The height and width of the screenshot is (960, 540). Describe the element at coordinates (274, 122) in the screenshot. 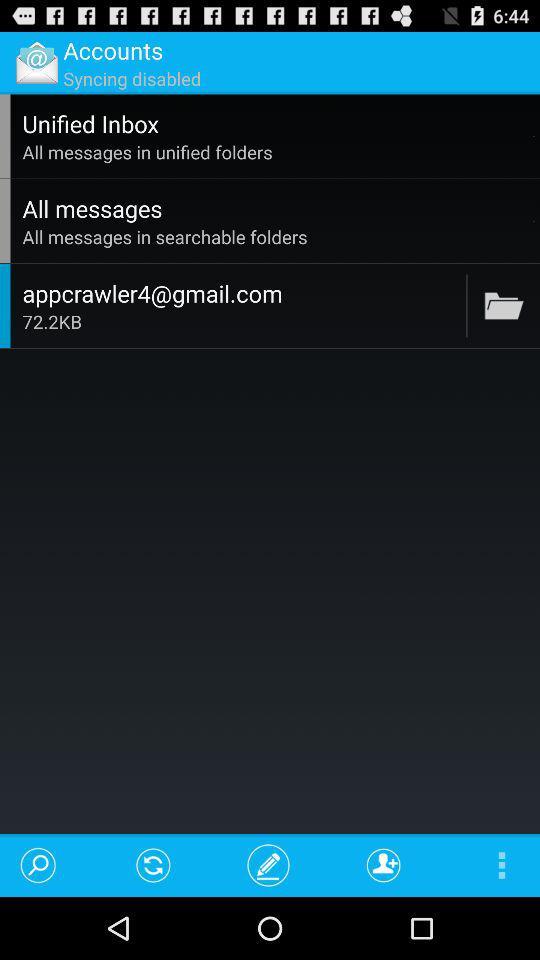

I see `app above all messages in icon` at that location.